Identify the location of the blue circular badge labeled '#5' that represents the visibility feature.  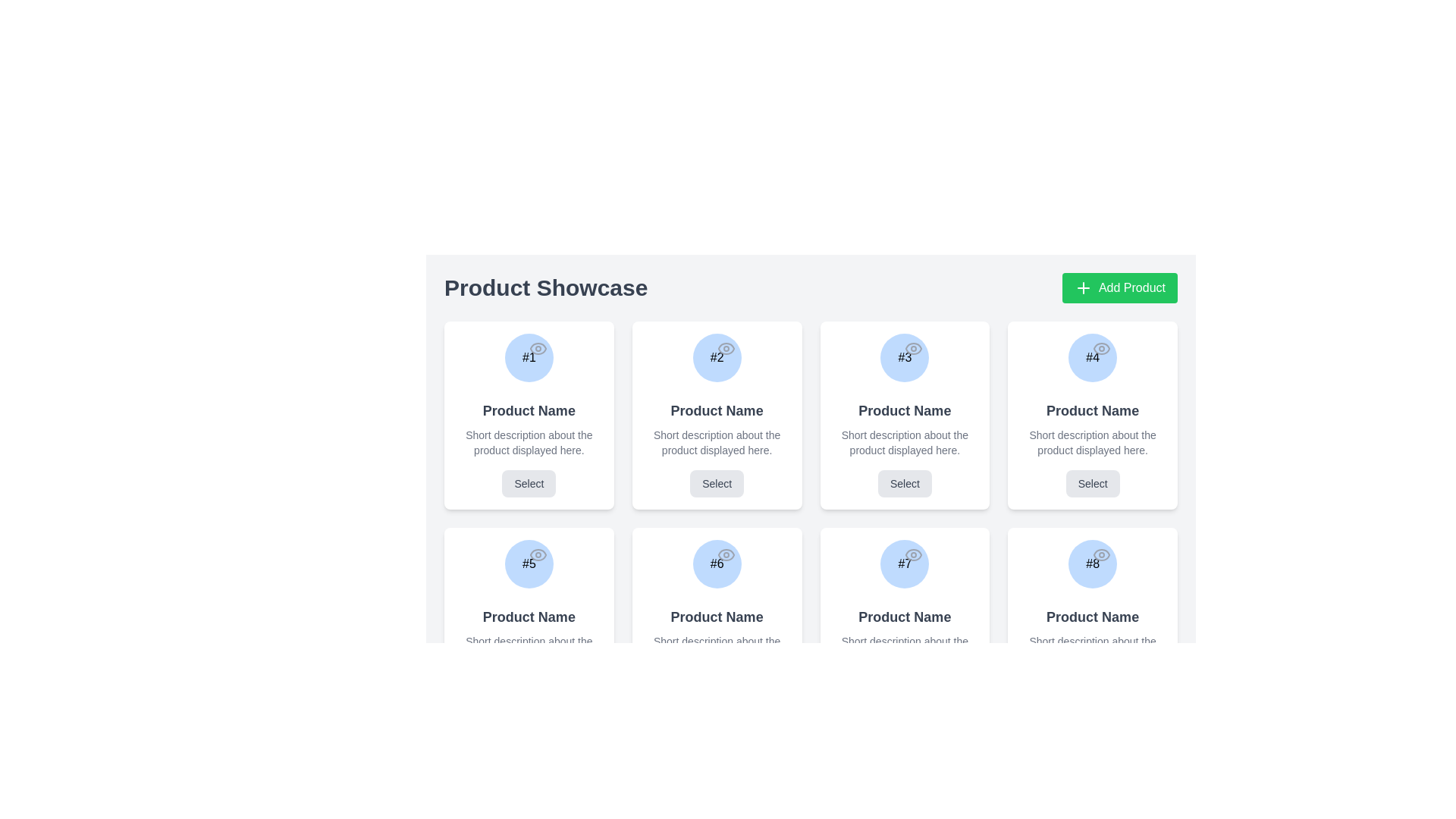
(538, 555).